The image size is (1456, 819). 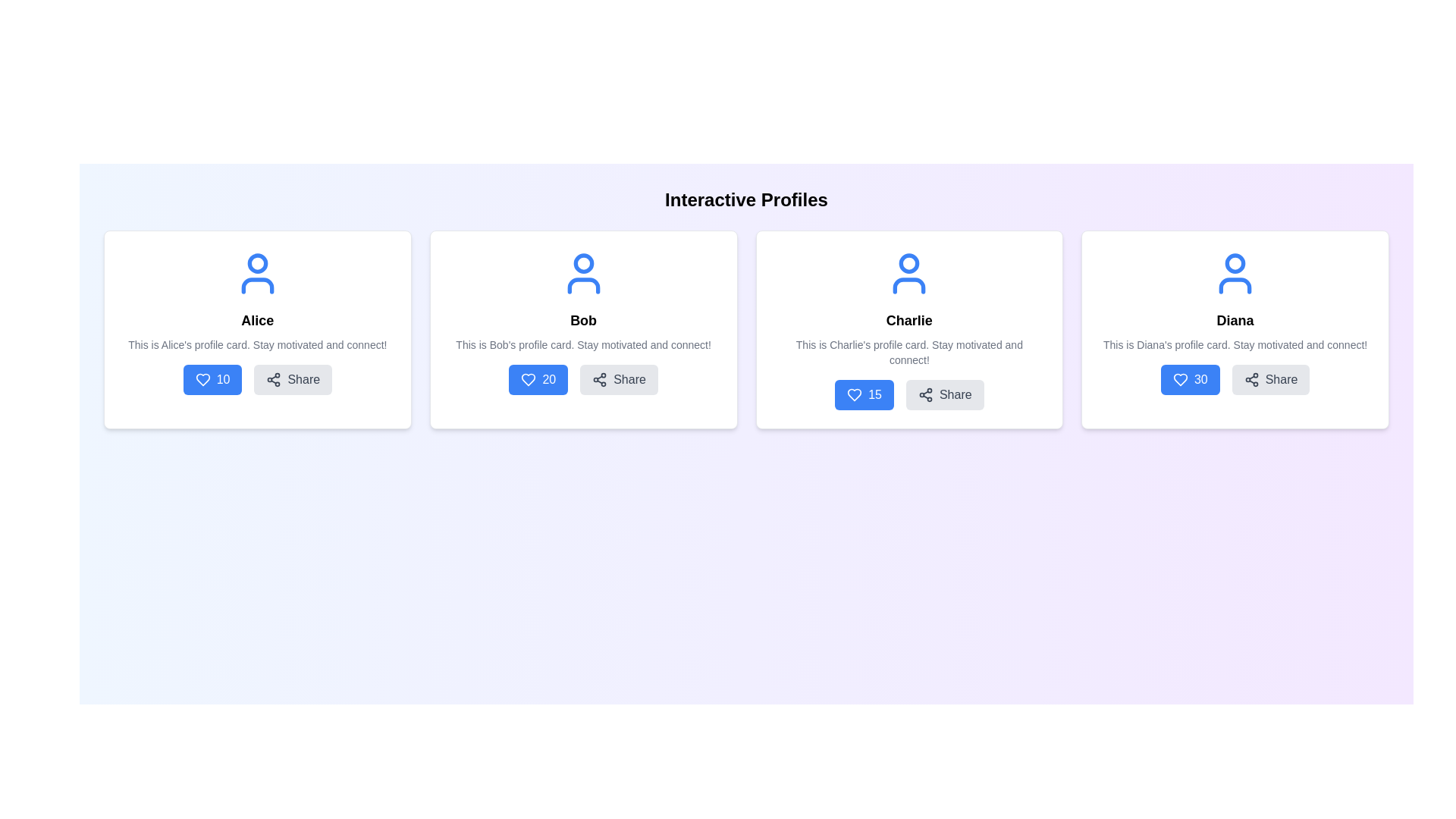 What do you see at coordinates (1235, 262) in the screenshot?
I see `the blue-outline circle in the user icon located at the top center of the profile card labeled 'Diana', which is the rightmost card in the interface` at bounding box center [1235, 262].